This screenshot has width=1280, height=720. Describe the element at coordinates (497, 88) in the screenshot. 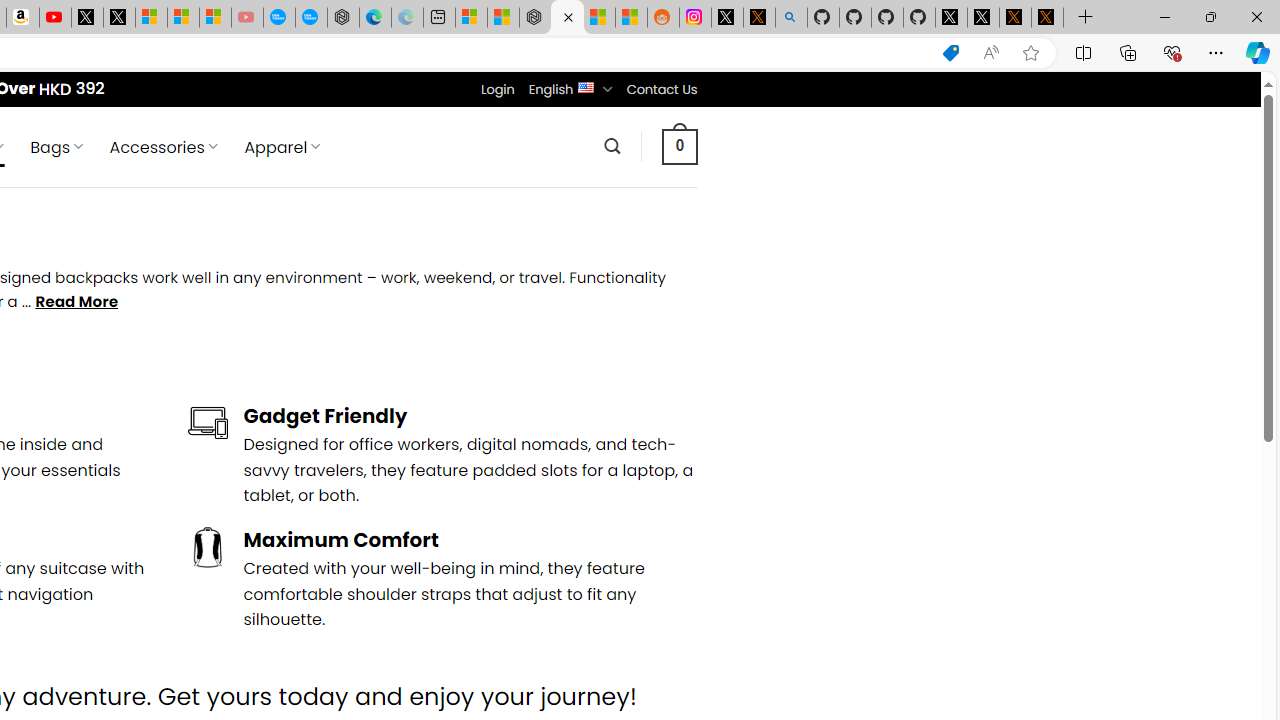

I see `'Login'` at that location.